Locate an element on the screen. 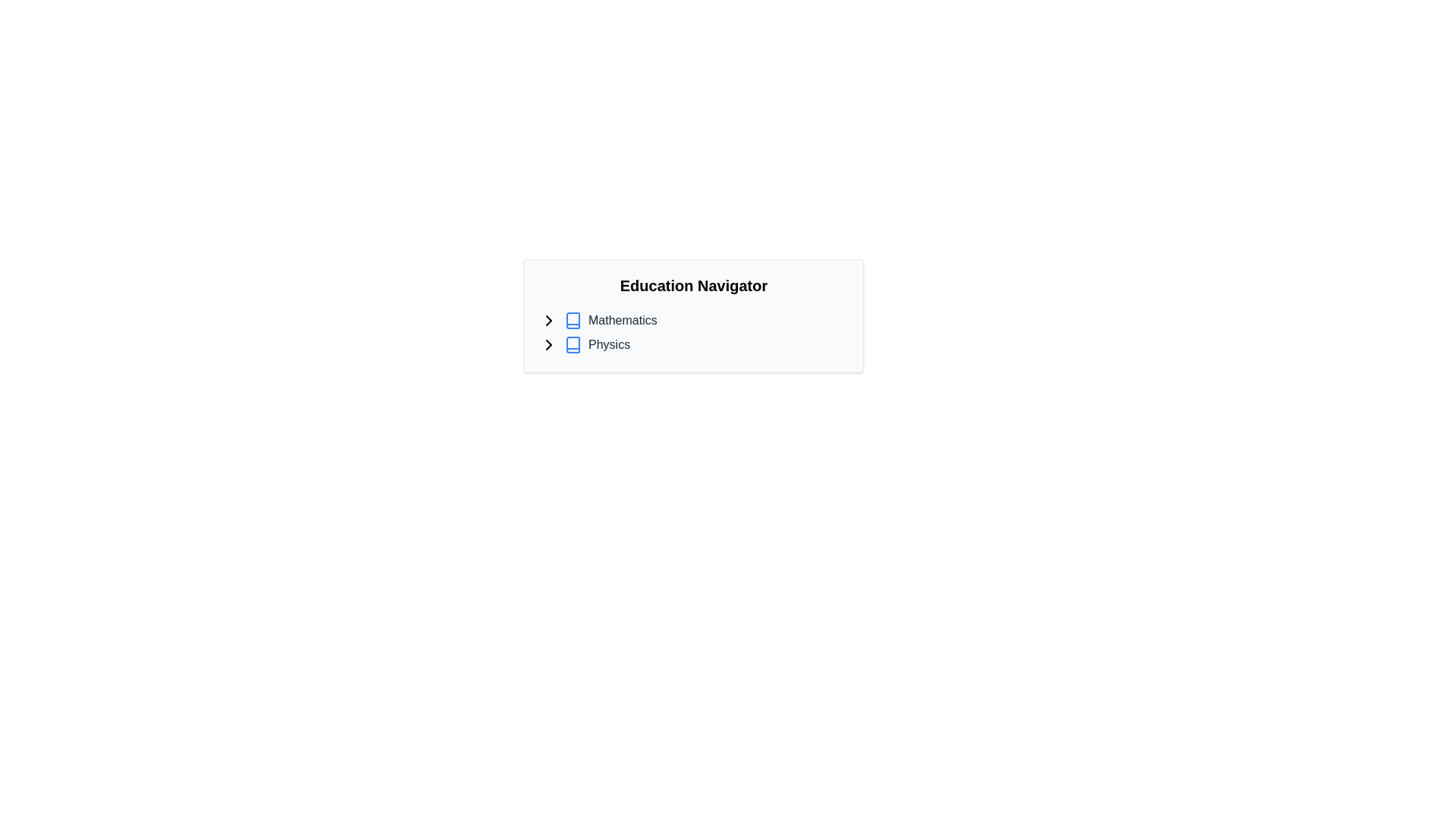  text label indicating the section titled 'Mathematics', which is positioned to the right of a blue book icon in the navigation interface is located at coordinates (623, 320).